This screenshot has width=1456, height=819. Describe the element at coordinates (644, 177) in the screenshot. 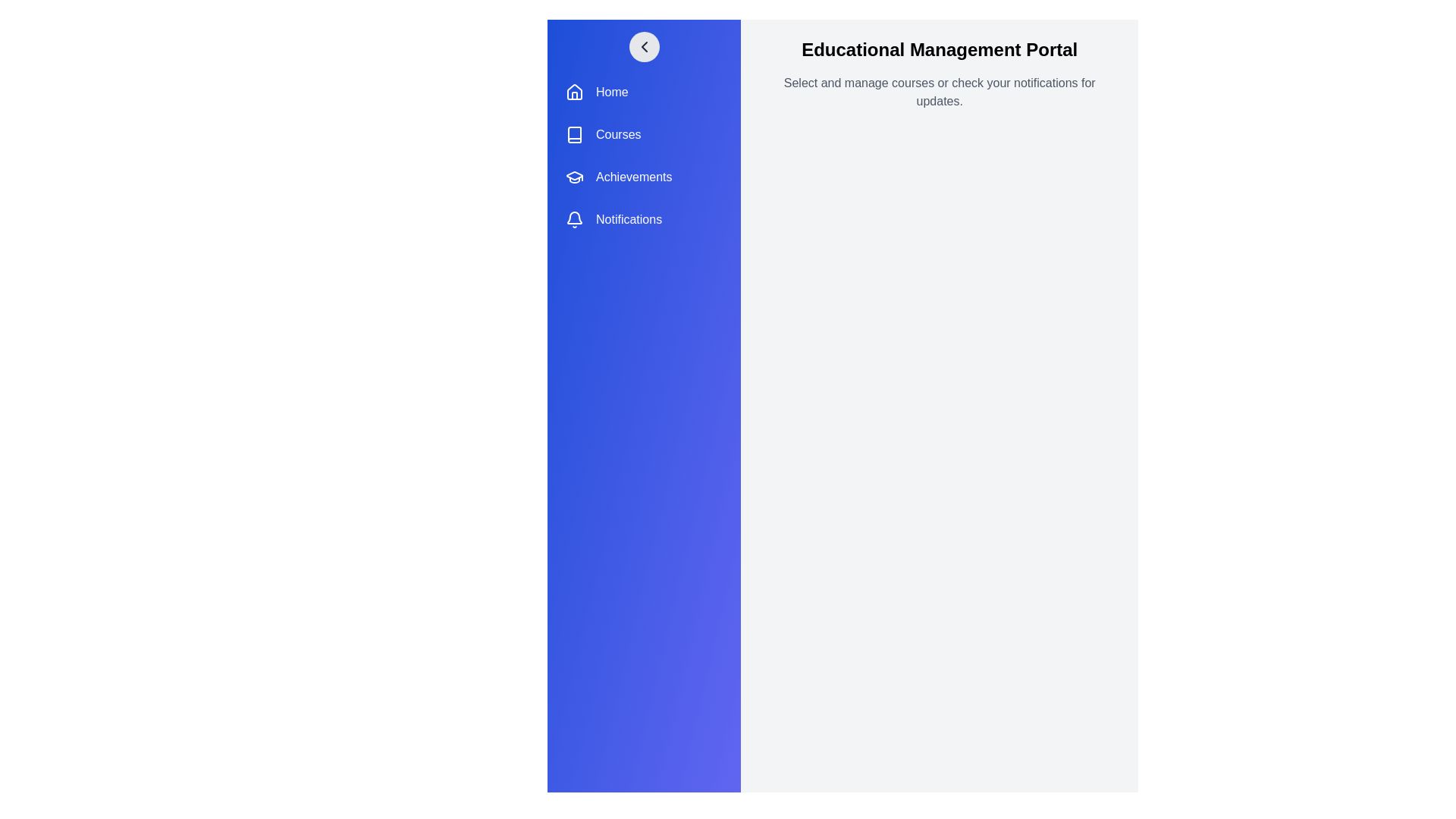

I see `the menu item labeled Achievements` at that location.